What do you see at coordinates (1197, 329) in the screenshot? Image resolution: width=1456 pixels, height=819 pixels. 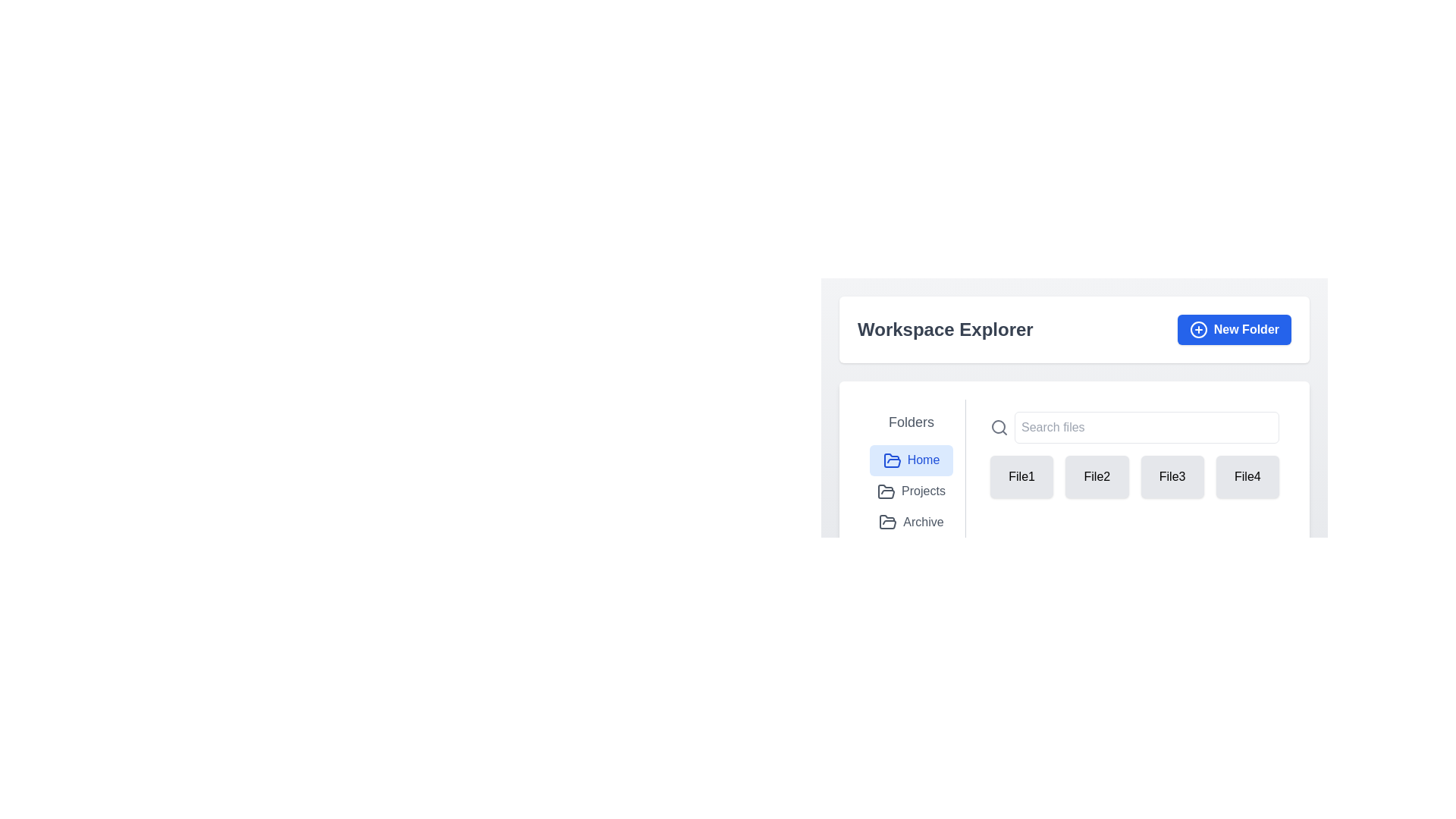 I see `the circular icon next to the 'New Folder' button to trigger the tooltip` at bounding box center [1197, 329].